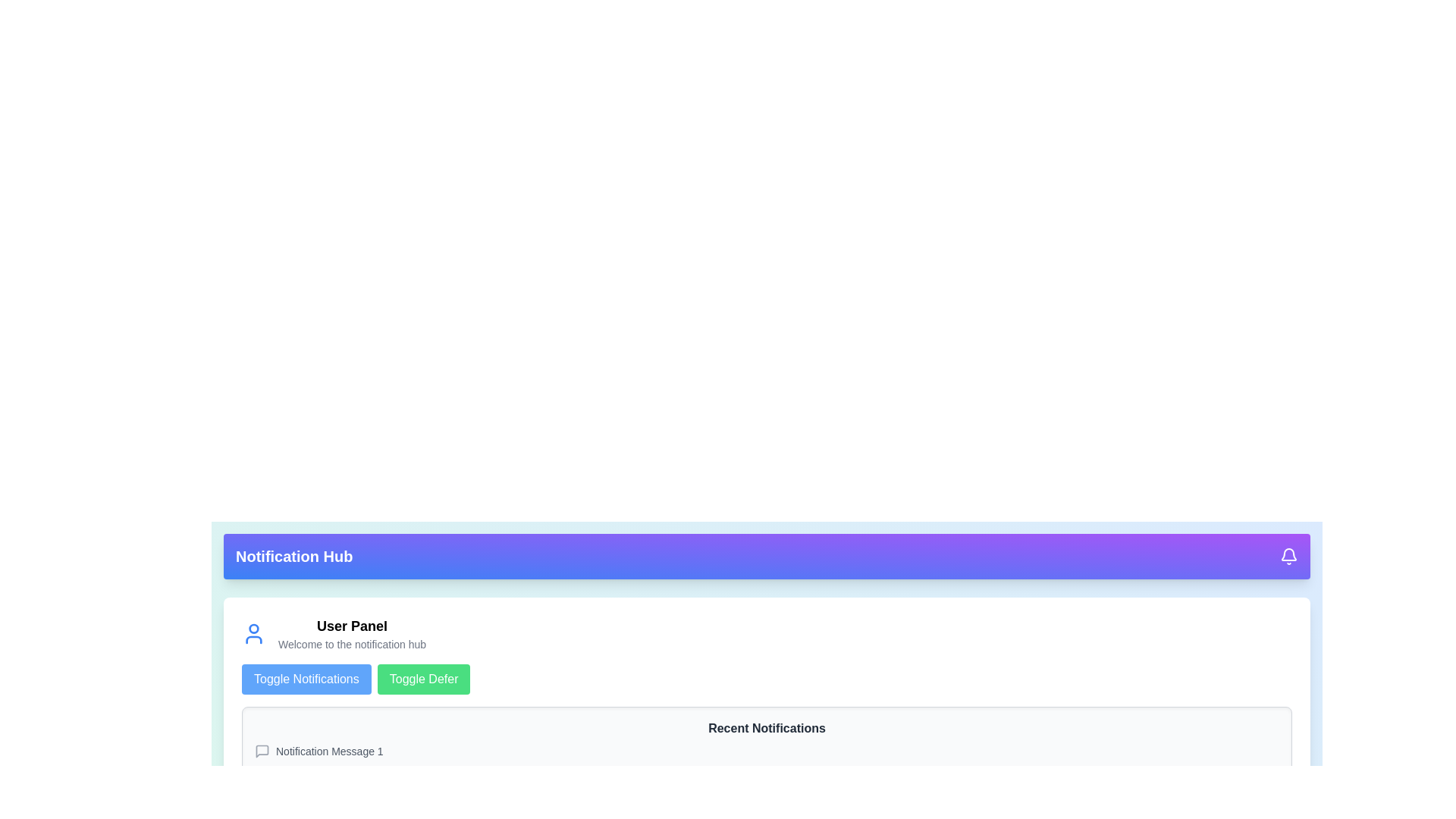  Describe the element at coordinates (306, 678) in the screenshot. I see `the toggle notifications button located on the left side of the button group below the 'User Panel' heading` at that location.